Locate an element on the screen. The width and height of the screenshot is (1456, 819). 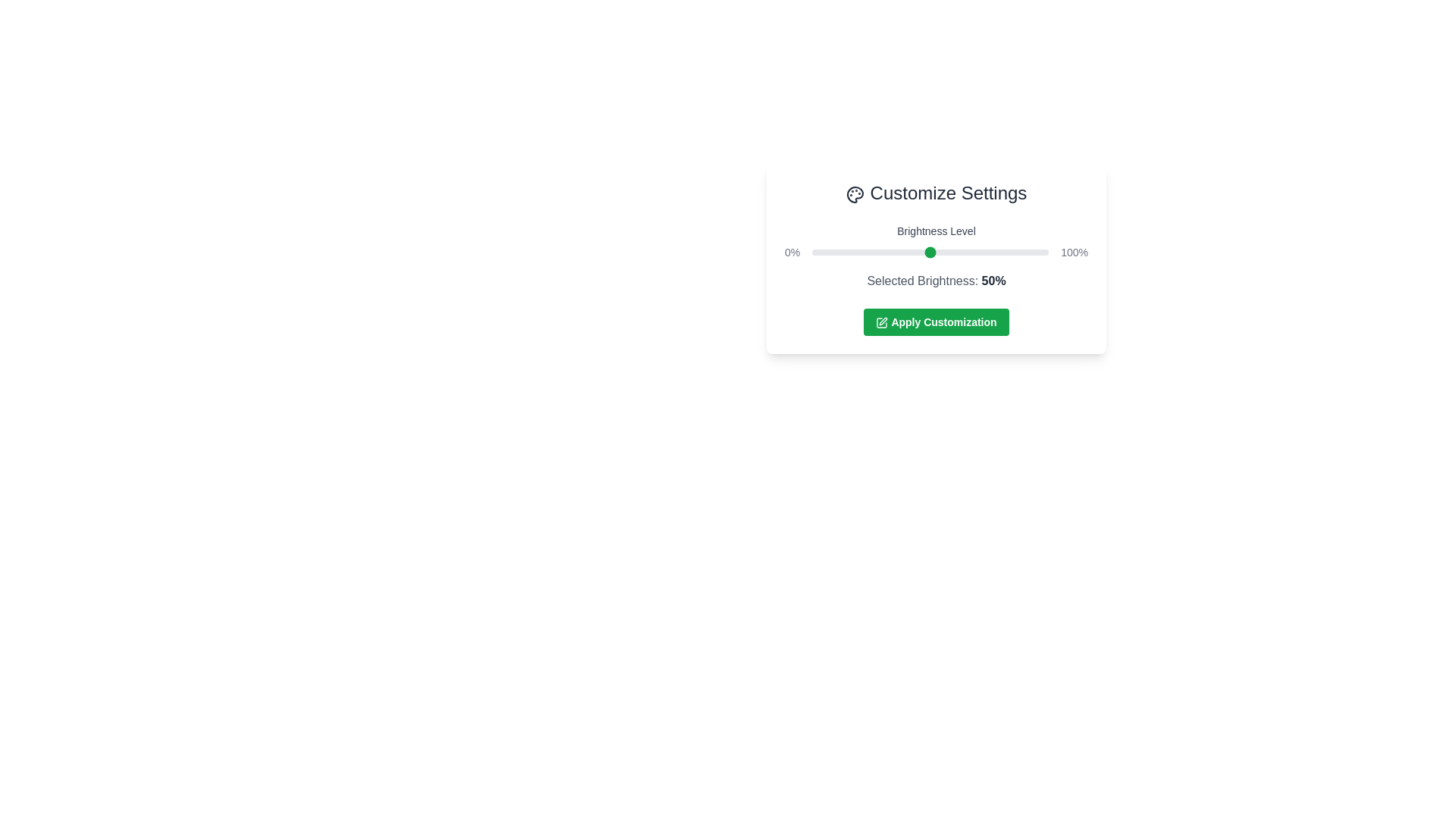
the brightness is located at coordinates (1003, 251).